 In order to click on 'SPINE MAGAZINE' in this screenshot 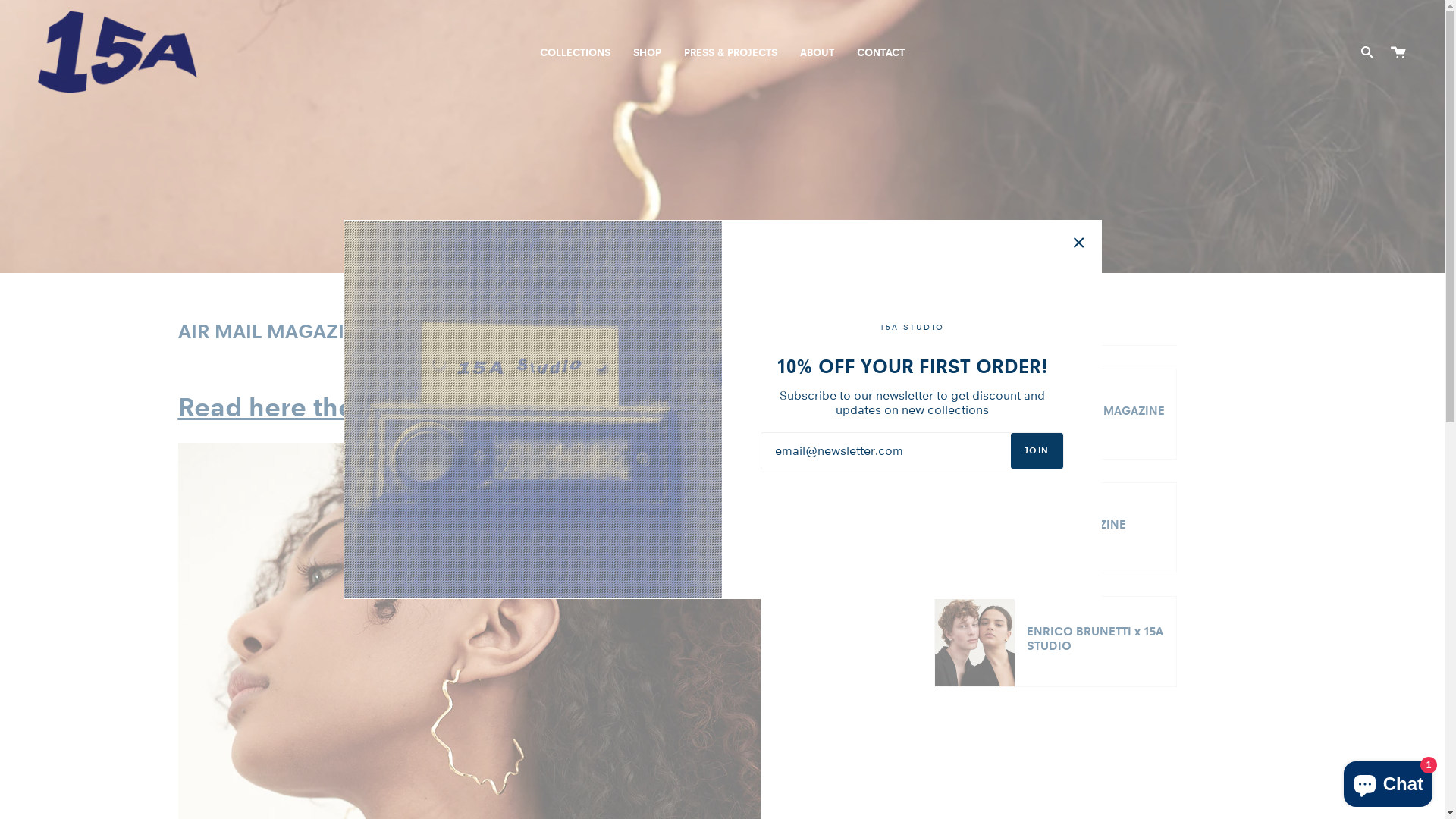, I will do `click(1055, 526)`.